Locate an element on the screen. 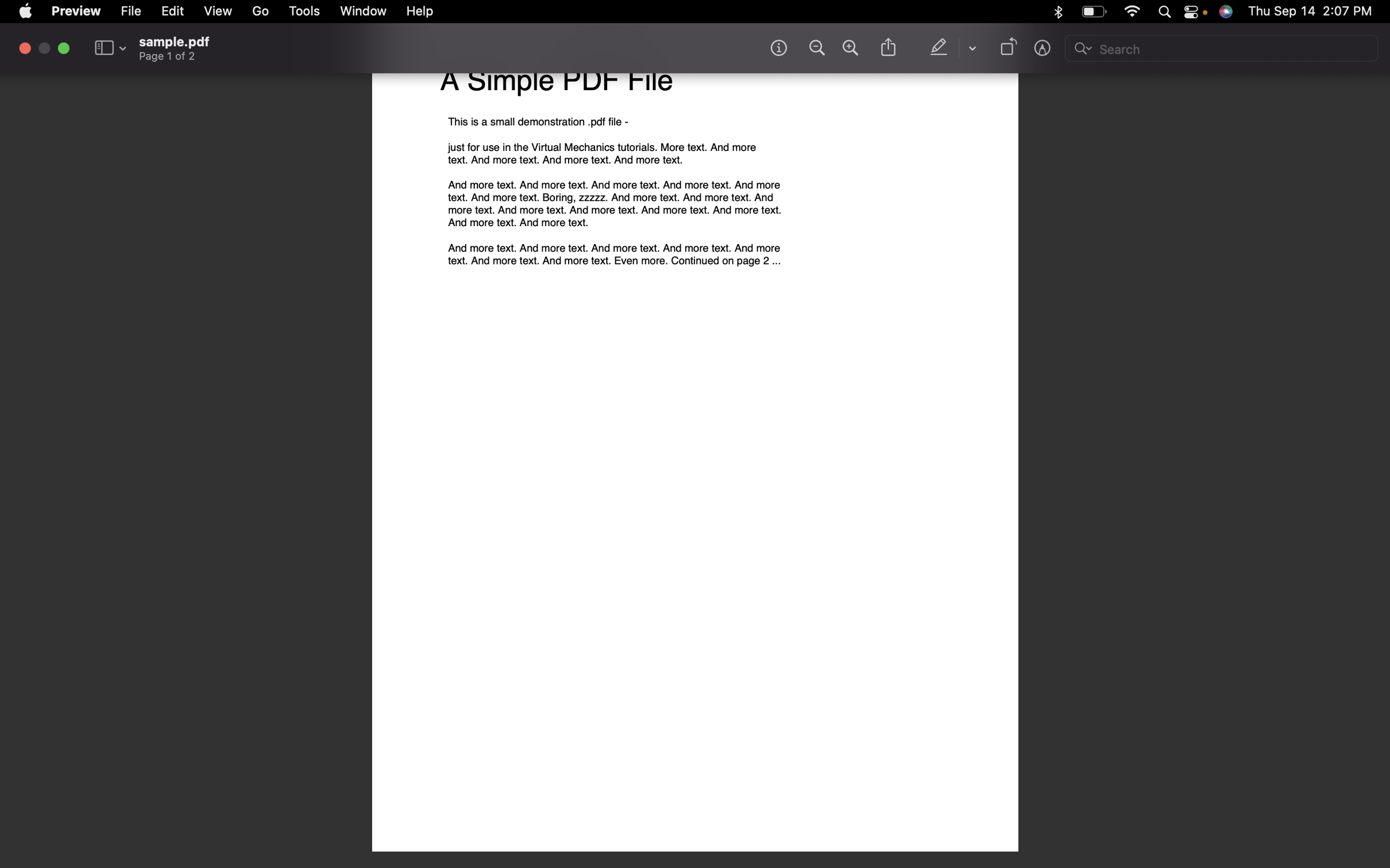 Image resolution: width=1390 pixels, height=868 pixels. Finish and exit the file is located at coordinates (25, 48).